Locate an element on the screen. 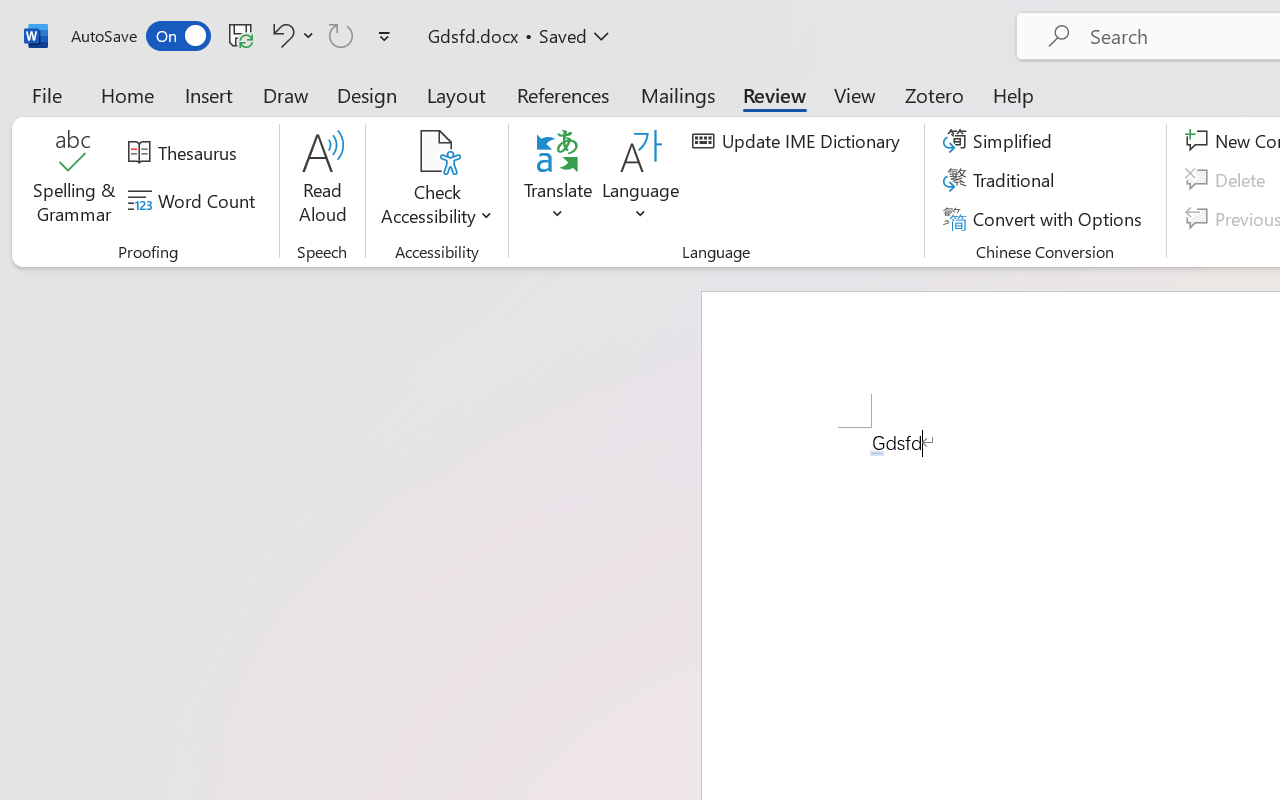 This screenshot has width=1280, height=800. 'Can' is located at coordinates (341, 34).